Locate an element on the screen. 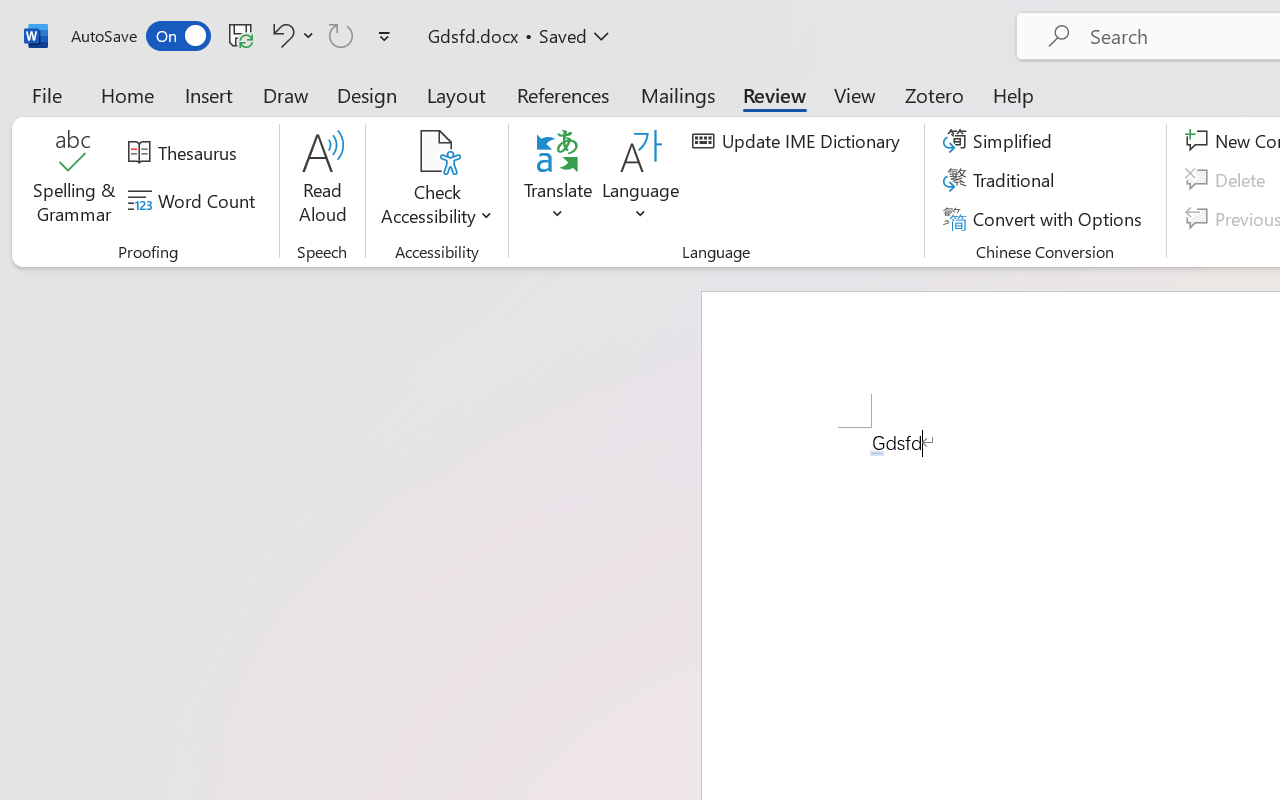 This screenshot has width=1280, height=800. 'Can' is located at coordinates (341, 34).